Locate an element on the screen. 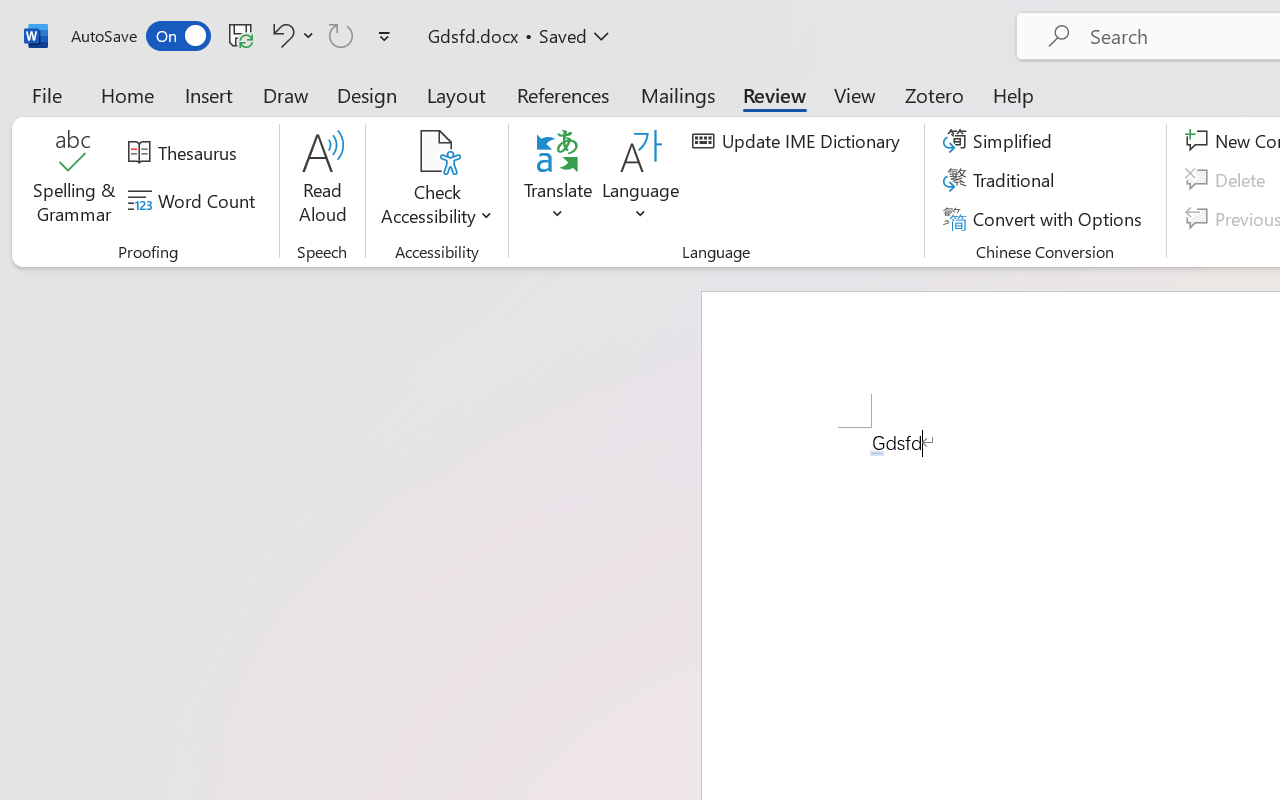 This screenshot has width=1280, height=800. 'Can' is located at coordinates (341, 34).